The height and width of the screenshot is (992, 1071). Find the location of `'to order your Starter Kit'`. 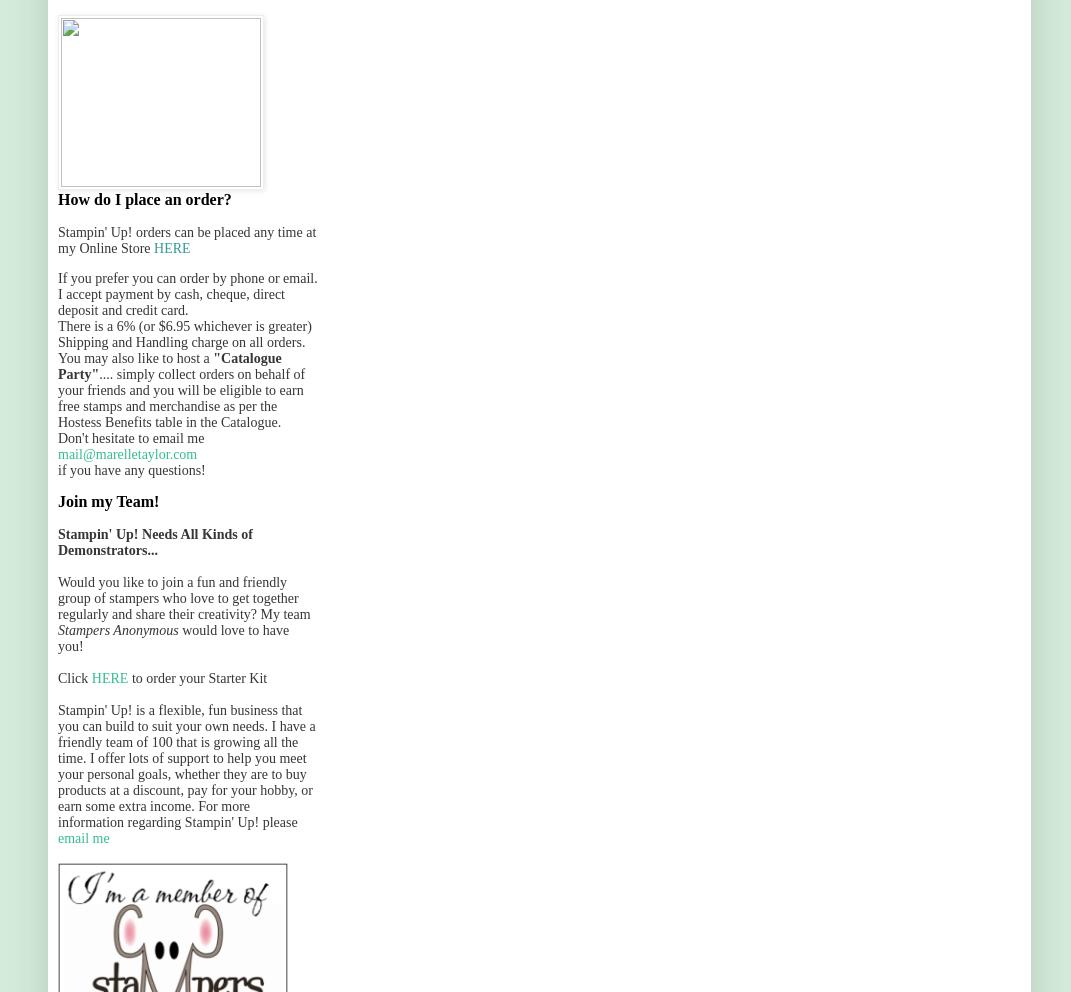

'to order your Starter Kit' is located at coordinates (196, 677).